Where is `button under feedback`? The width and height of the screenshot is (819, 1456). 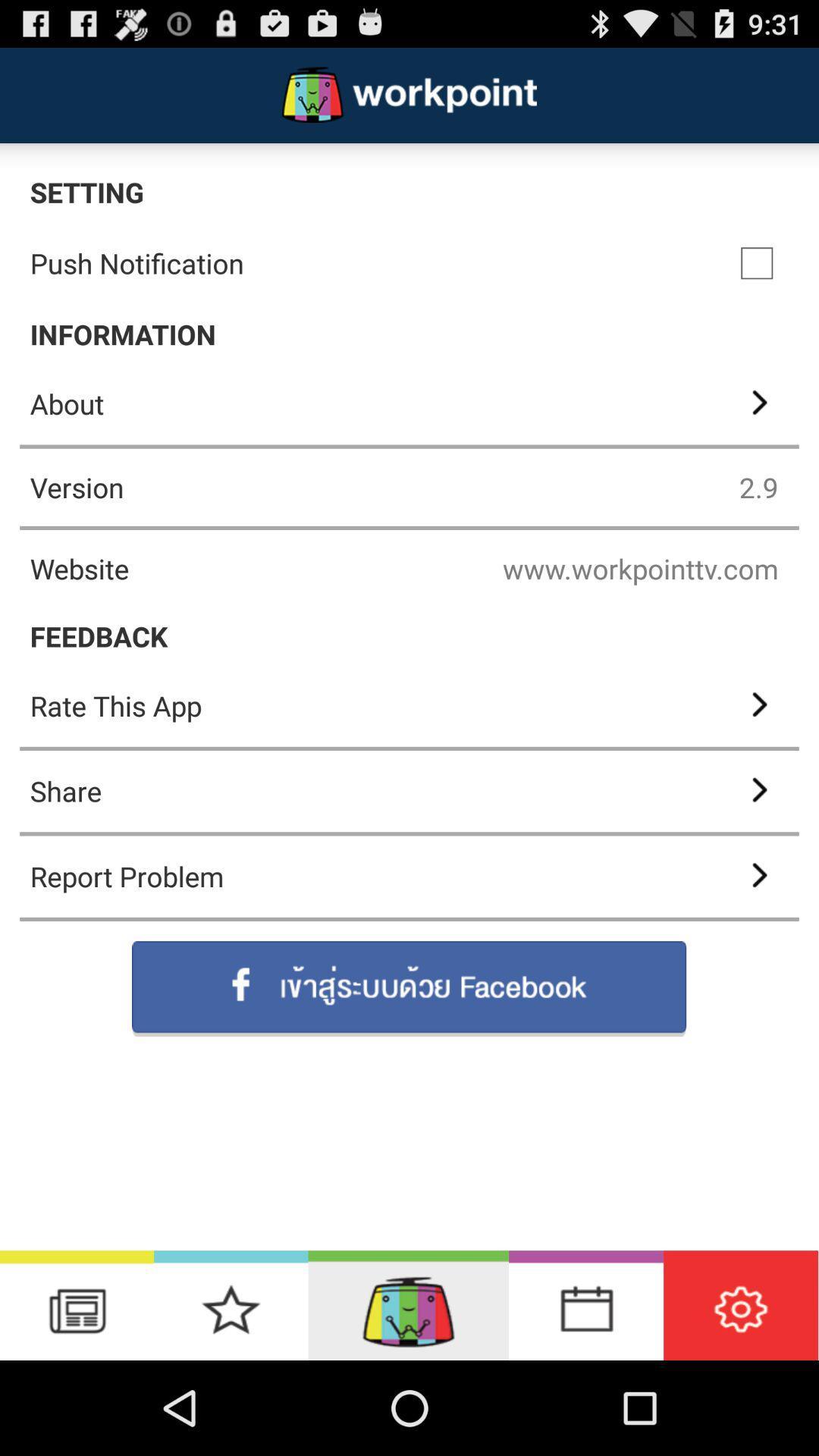
button under feedback is located at coordinates (409, 705).